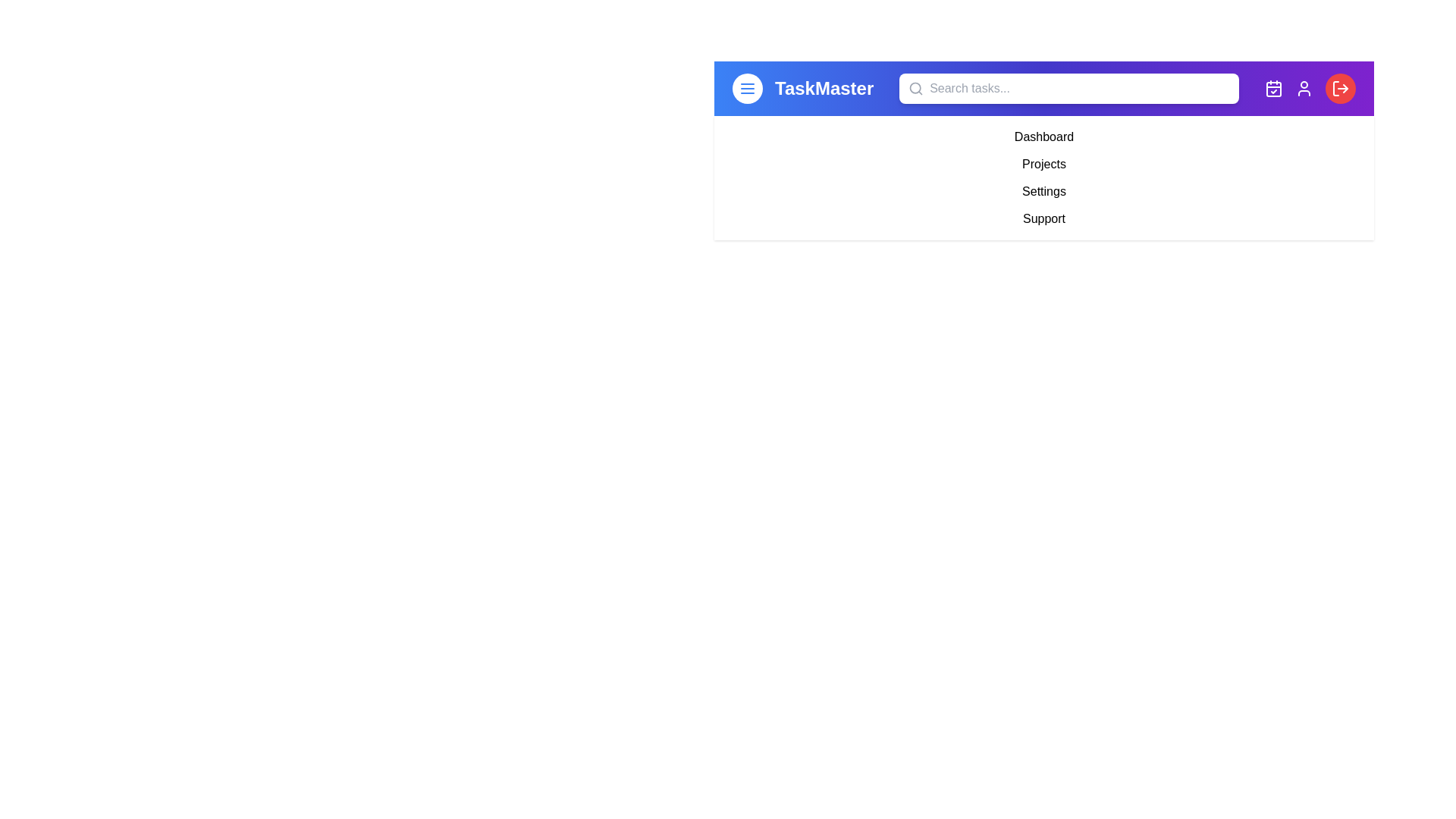  I want to click on the 'Support' menu item to navigate to the 'Support' section, so click(1043, 219).